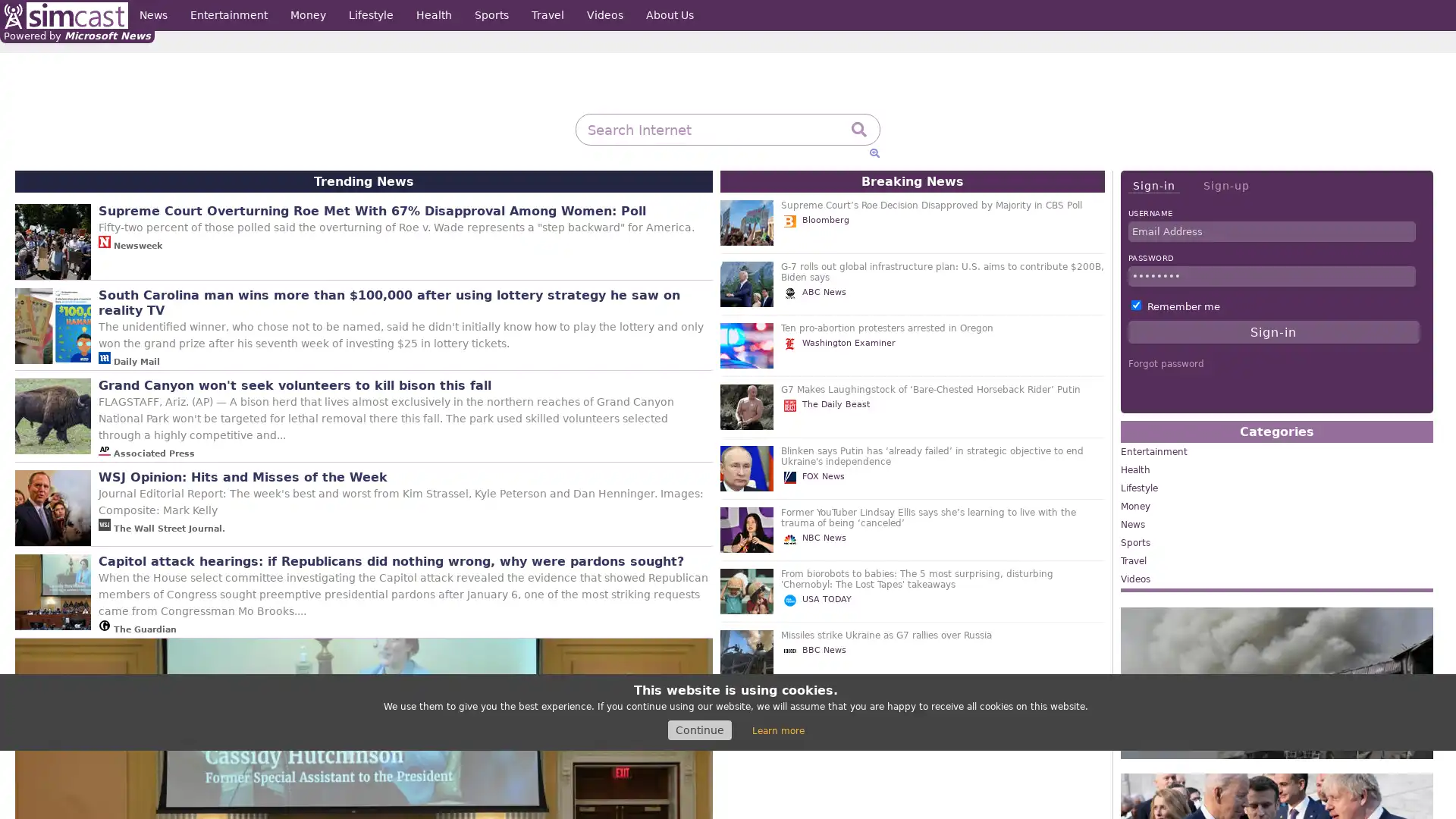 The height and width of the screenshot is (819, 1456). Describe the element at coordinates (1273, 331) in the screenshot. I see `Sign-in` at that location.